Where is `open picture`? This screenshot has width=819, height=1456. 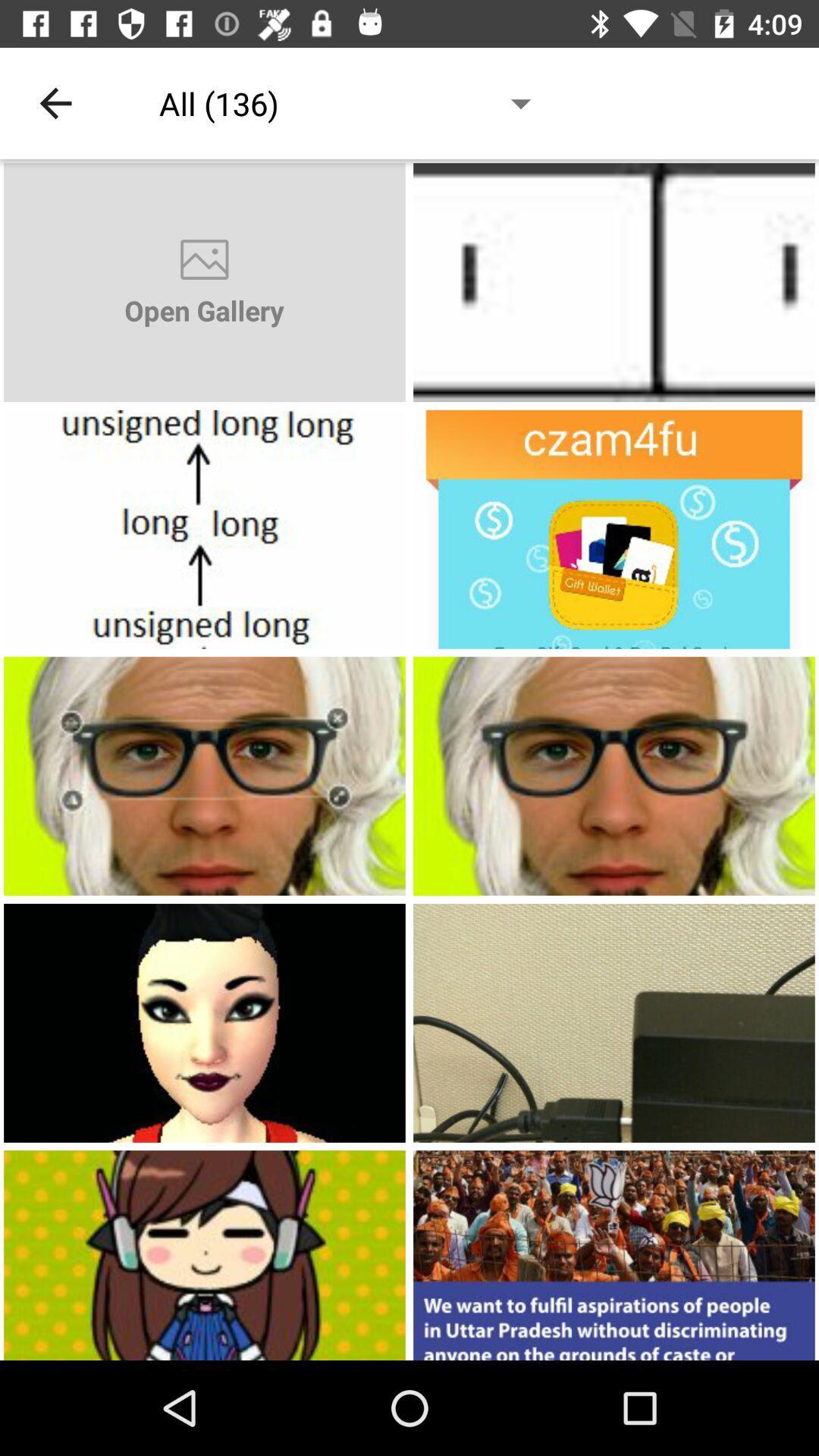 open picture is located at coordinates (614, 776).